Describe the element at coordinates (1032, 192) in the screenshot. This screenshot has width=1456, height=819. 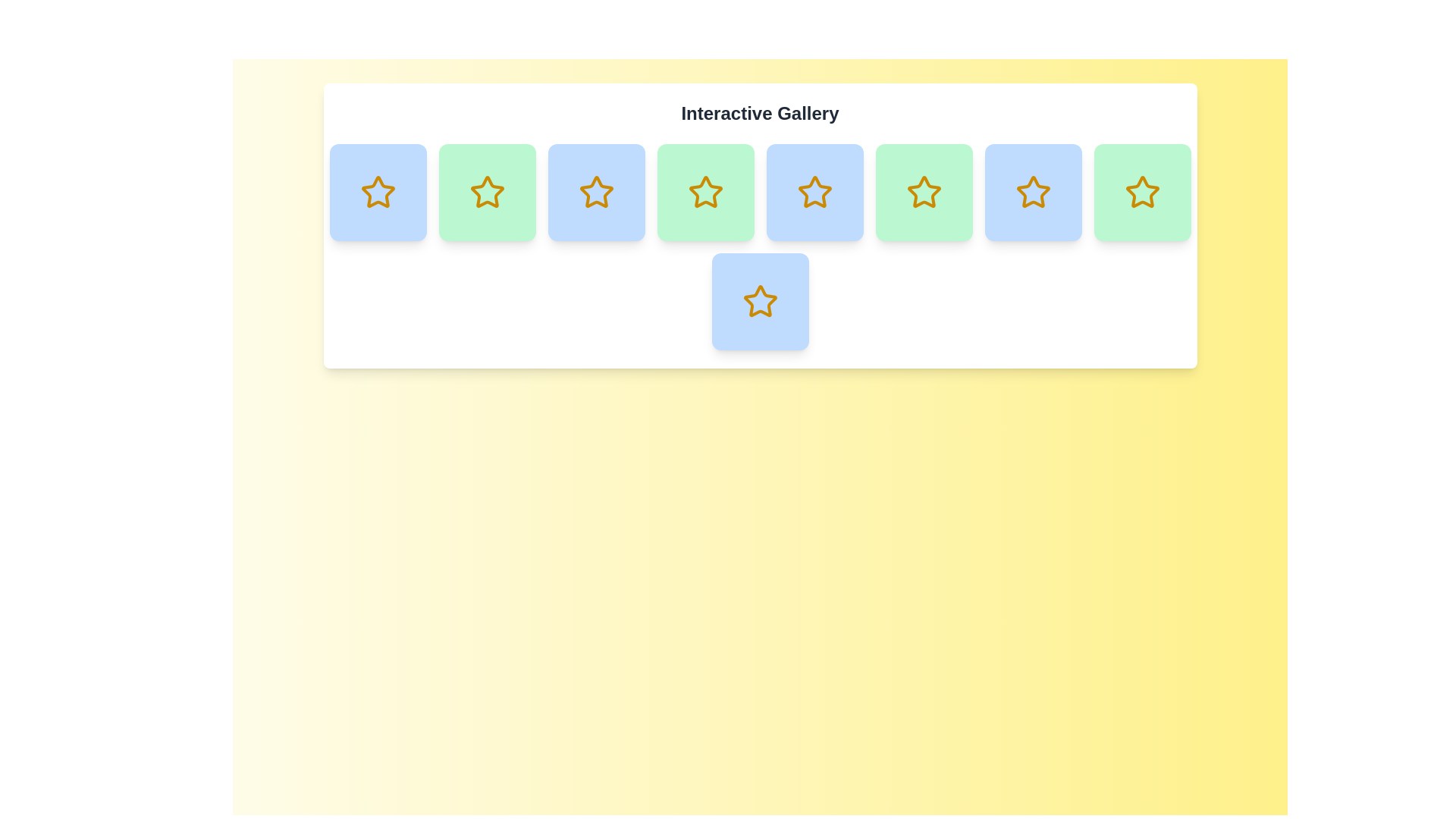
I see `the star icon with a yellow outline, which is located in the fifth position among horizontally aligned blue and green squares, to trigger hover effects` at that location.